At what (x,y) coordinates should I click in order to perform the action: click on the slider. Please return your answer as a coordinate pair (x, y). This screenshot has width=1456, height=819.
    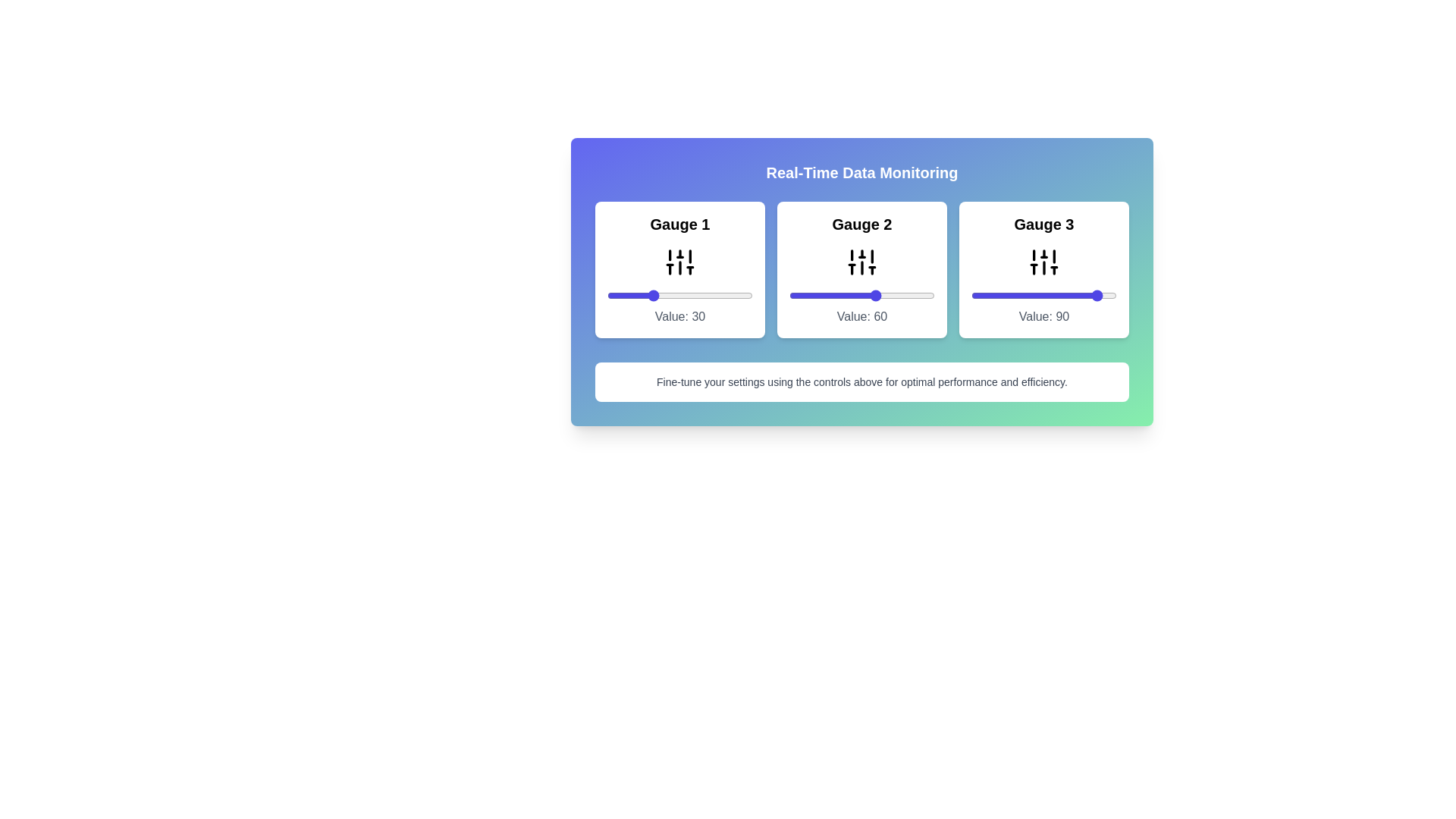
    Looking at the image, I should click on (888, 295).